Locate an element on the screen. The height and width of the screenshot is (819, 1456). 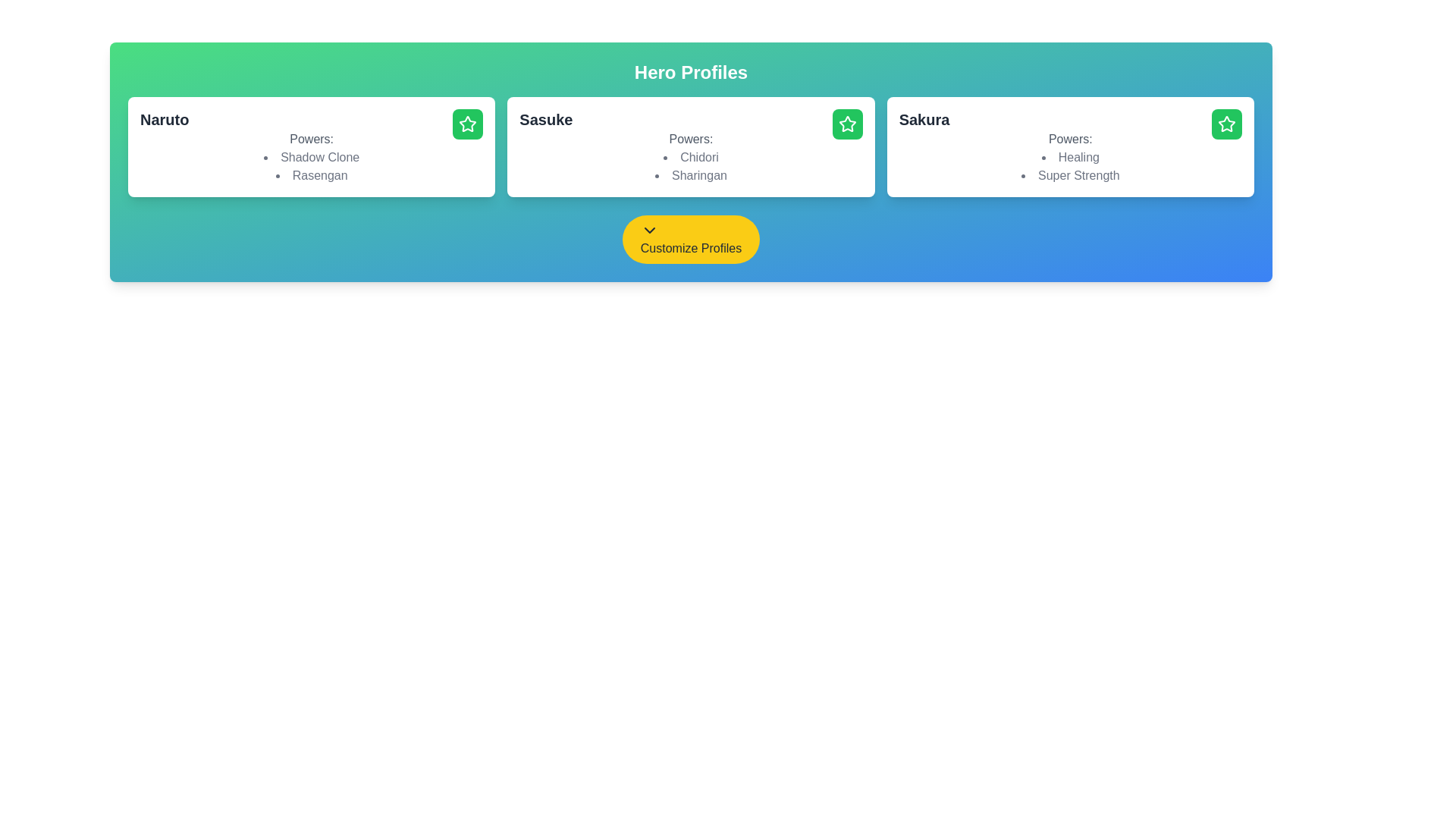
the star icon with a green background located in the top-right corner of the 'Naruto' card, next to the label text is located at coordinates (467, 124).